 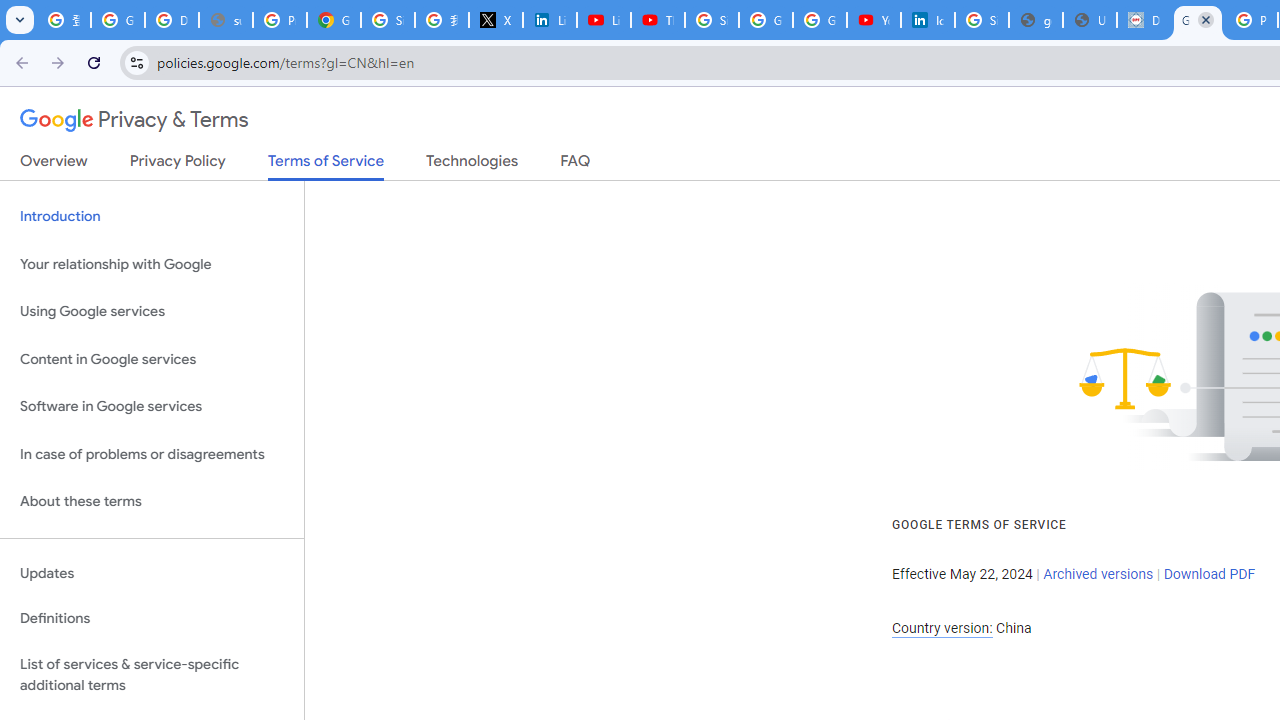 What do you see at coordinates (151, 263) in the screenshot?
I see `'Your relationship with Google'` at bounding box center [151, 263].